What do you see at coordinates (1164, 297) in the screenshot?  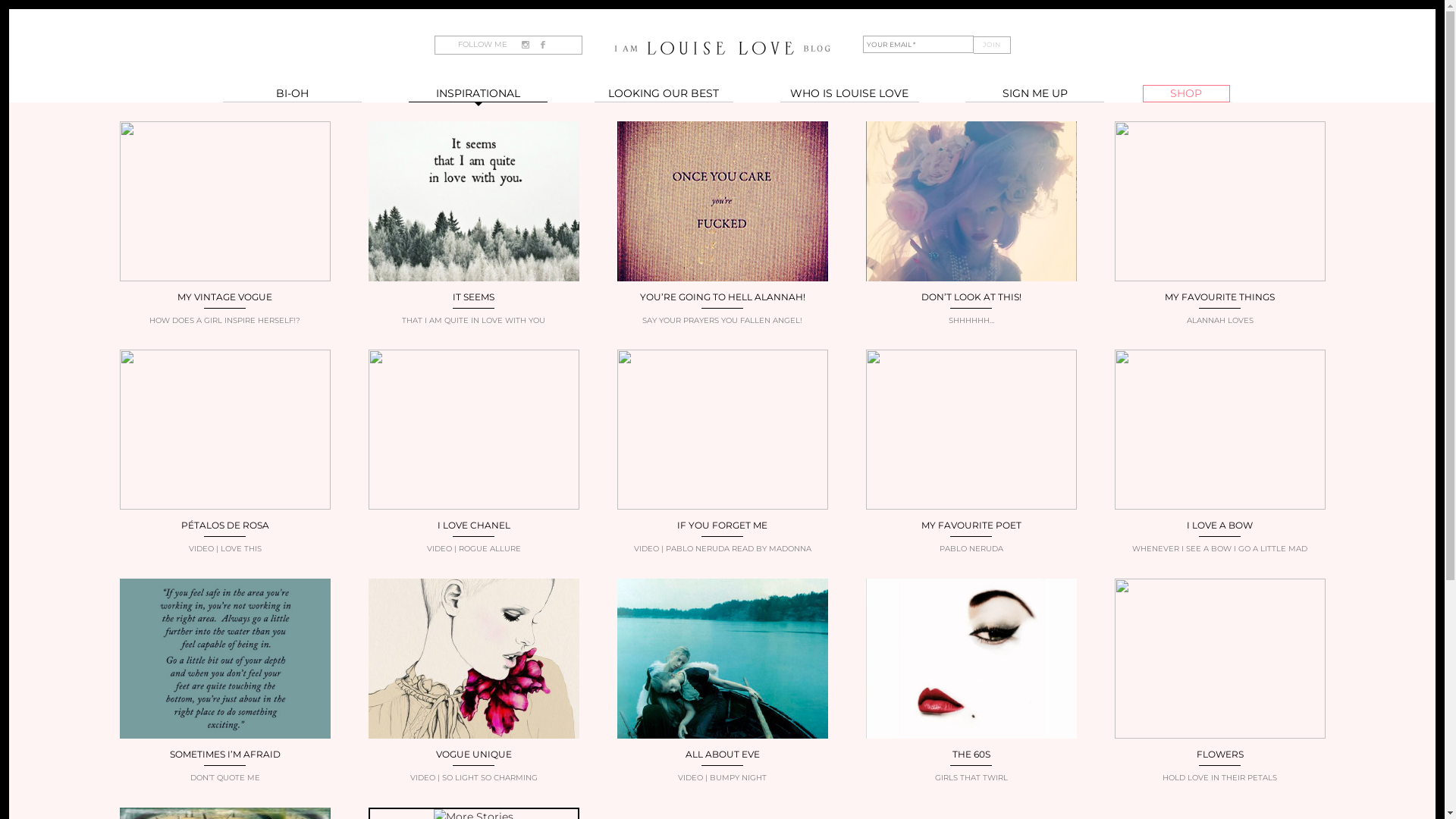 I see `'MY FAVOURITE THINGS'` at bounding box center [1164, 297].